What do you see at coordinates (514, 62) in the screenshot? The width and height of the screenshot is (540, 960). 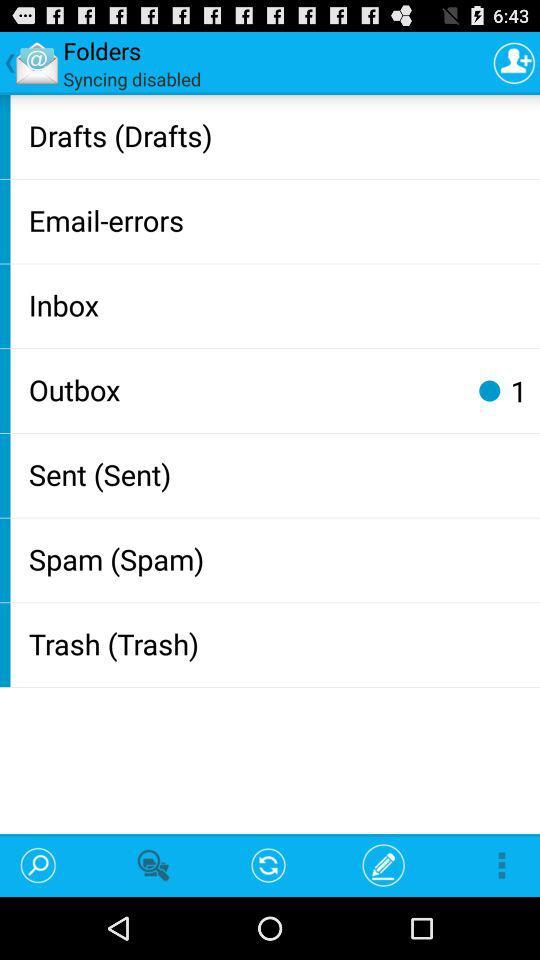 I see `account` at bounding box center [514, 62].